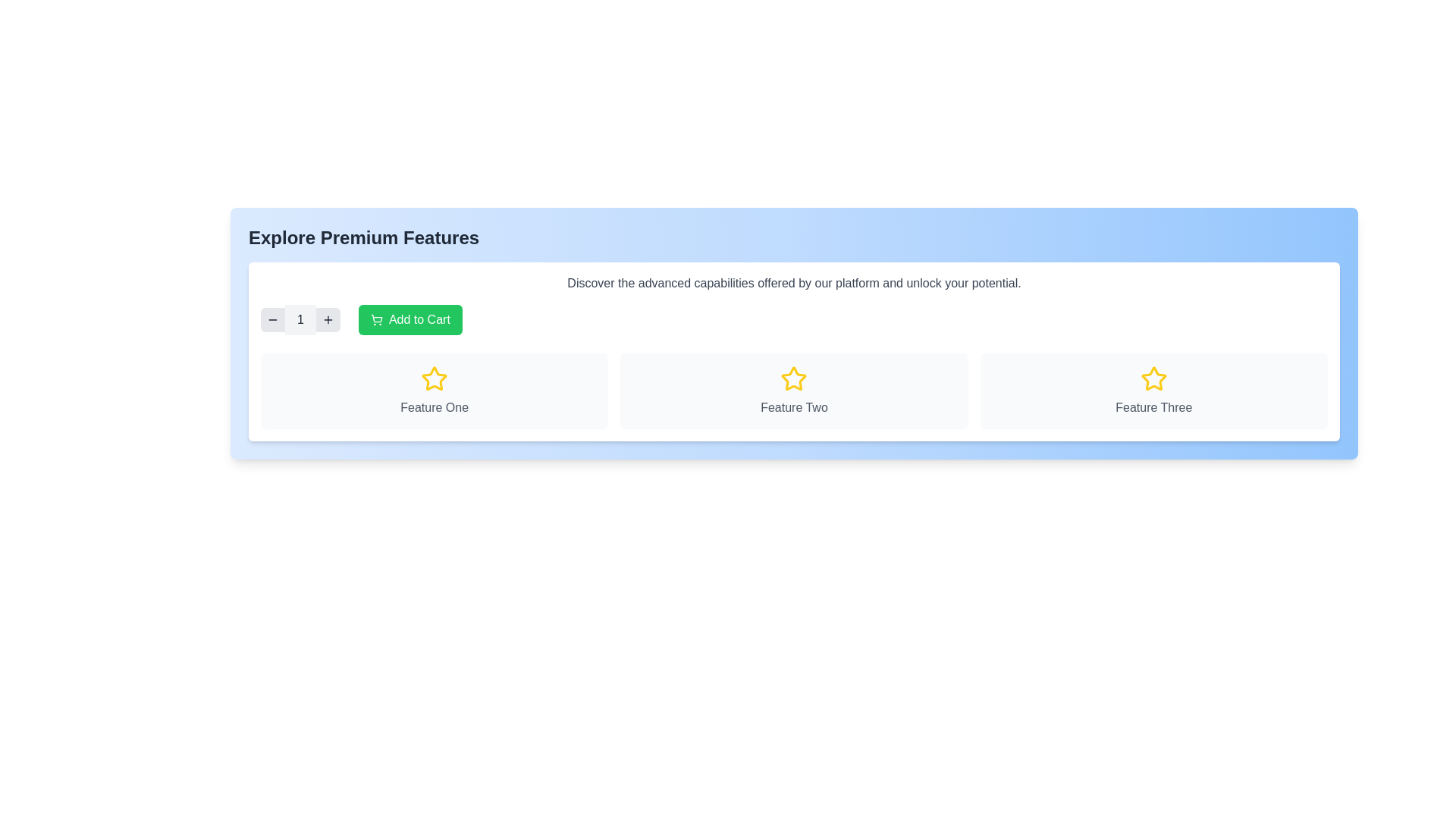 The width and height of the screenshot is (1456, 819). I want to click on the star icon with a yellow outline located at the top-center of the card labeled 'Feature One.', so click(434, 378).